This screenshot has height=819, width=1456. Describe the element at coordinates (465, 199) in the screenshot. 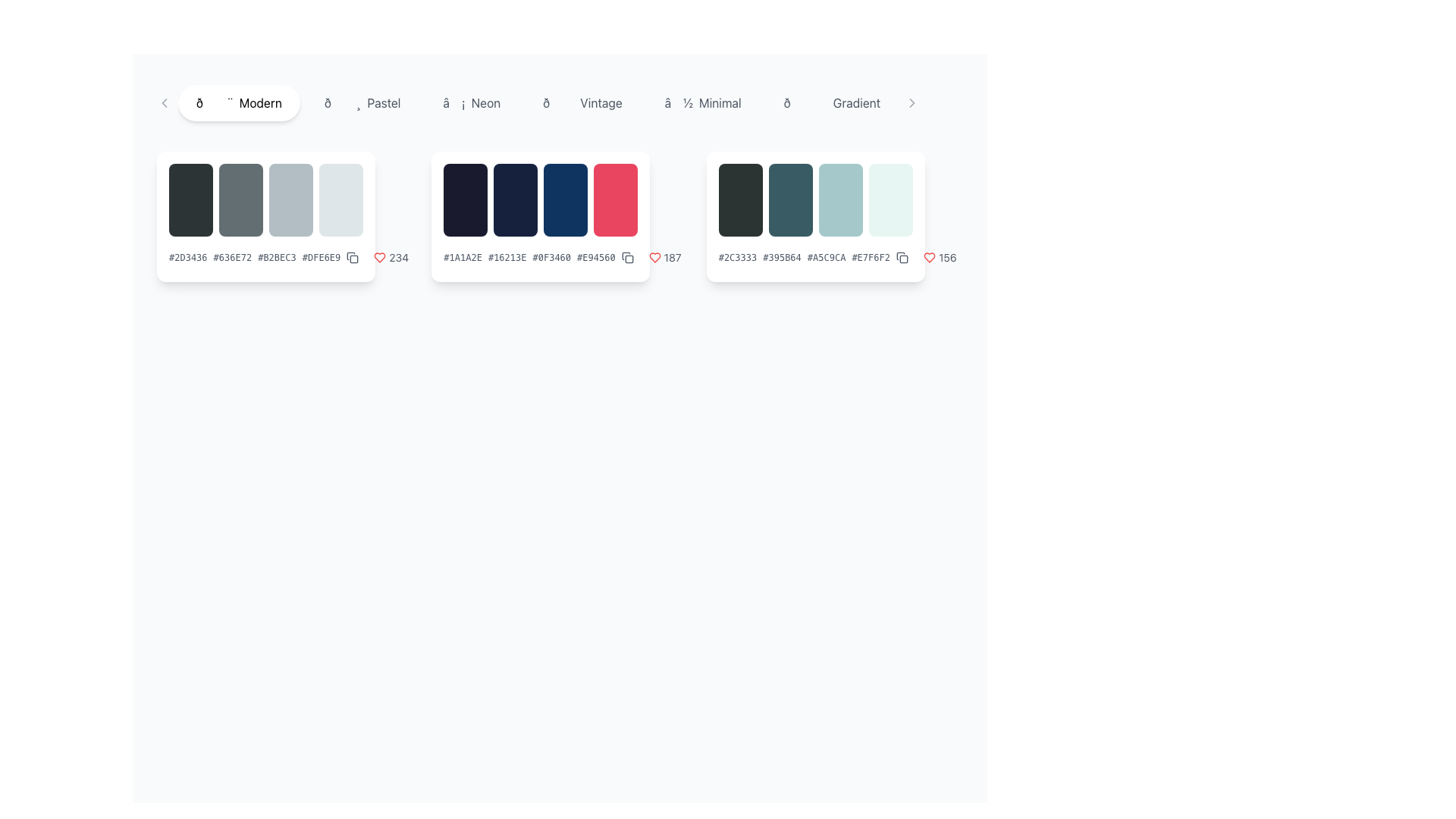

I see `the first visual swatch or palette item, which is a dark navy blue rectangular box with rounded corners, located in the second group of swatches on the page` at that location.